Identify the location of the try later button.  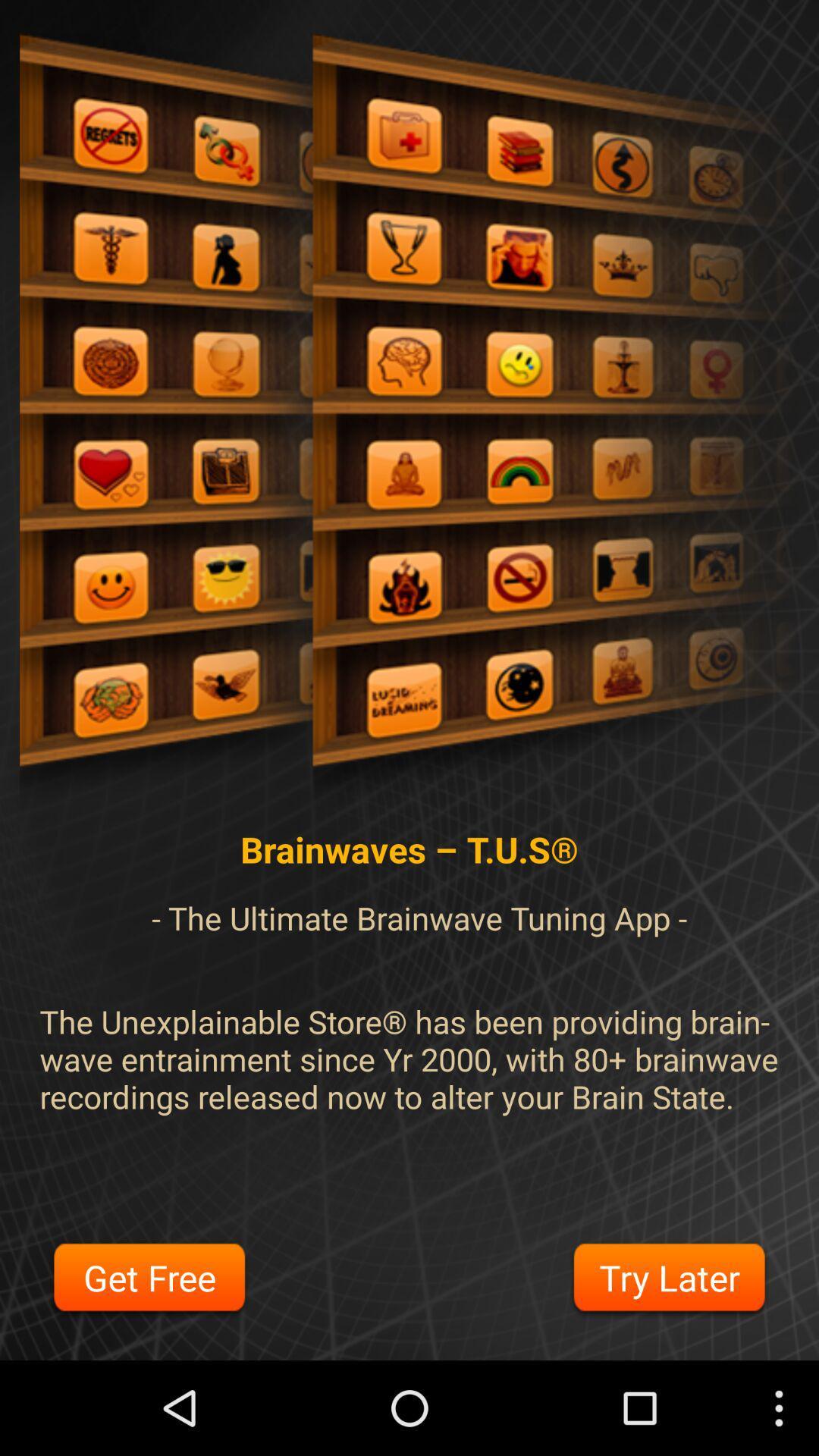
(668, 1280).